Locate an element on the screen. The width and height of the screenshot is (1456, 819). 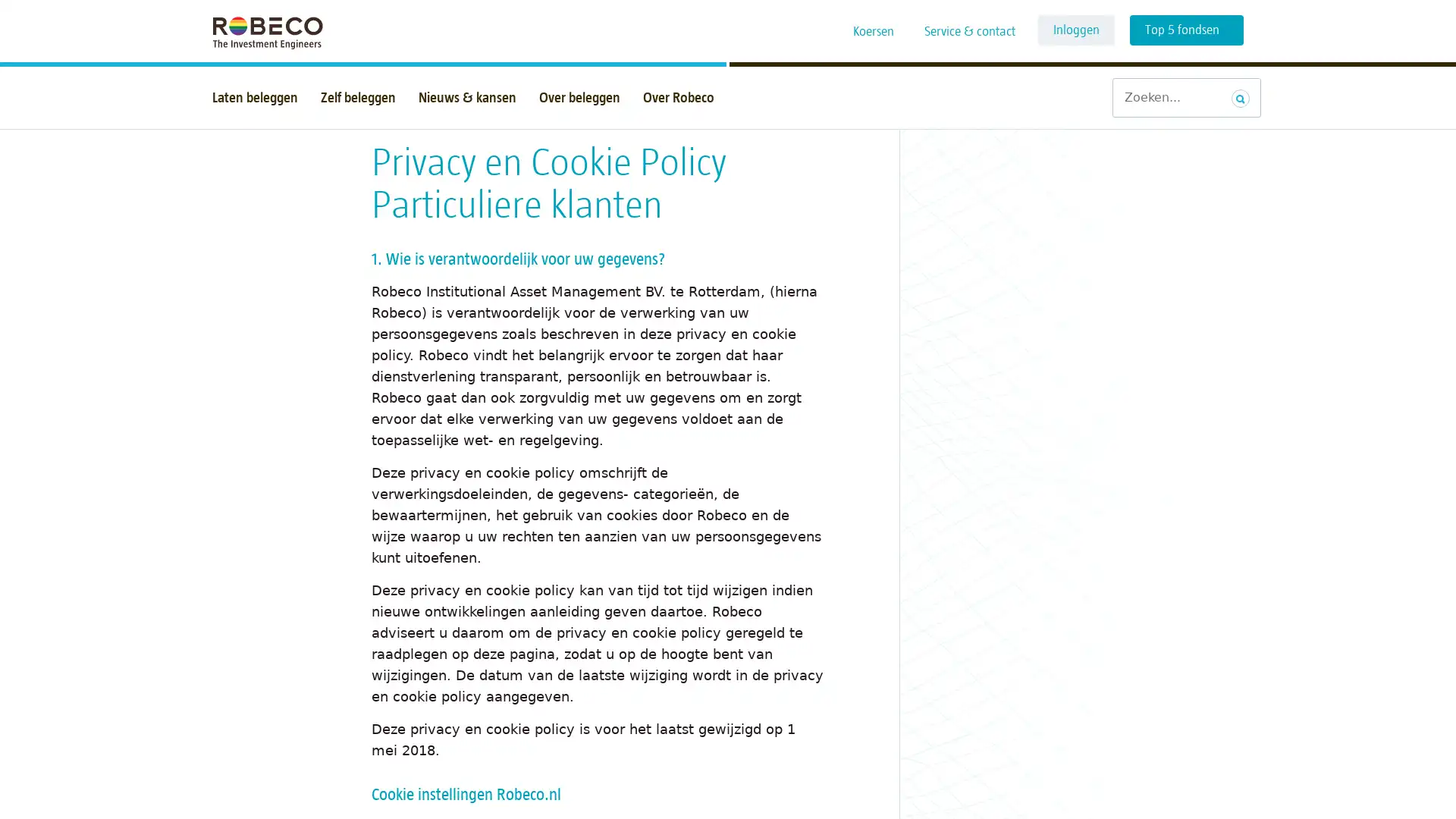
Service & contact is located at coordinates (968, 32).